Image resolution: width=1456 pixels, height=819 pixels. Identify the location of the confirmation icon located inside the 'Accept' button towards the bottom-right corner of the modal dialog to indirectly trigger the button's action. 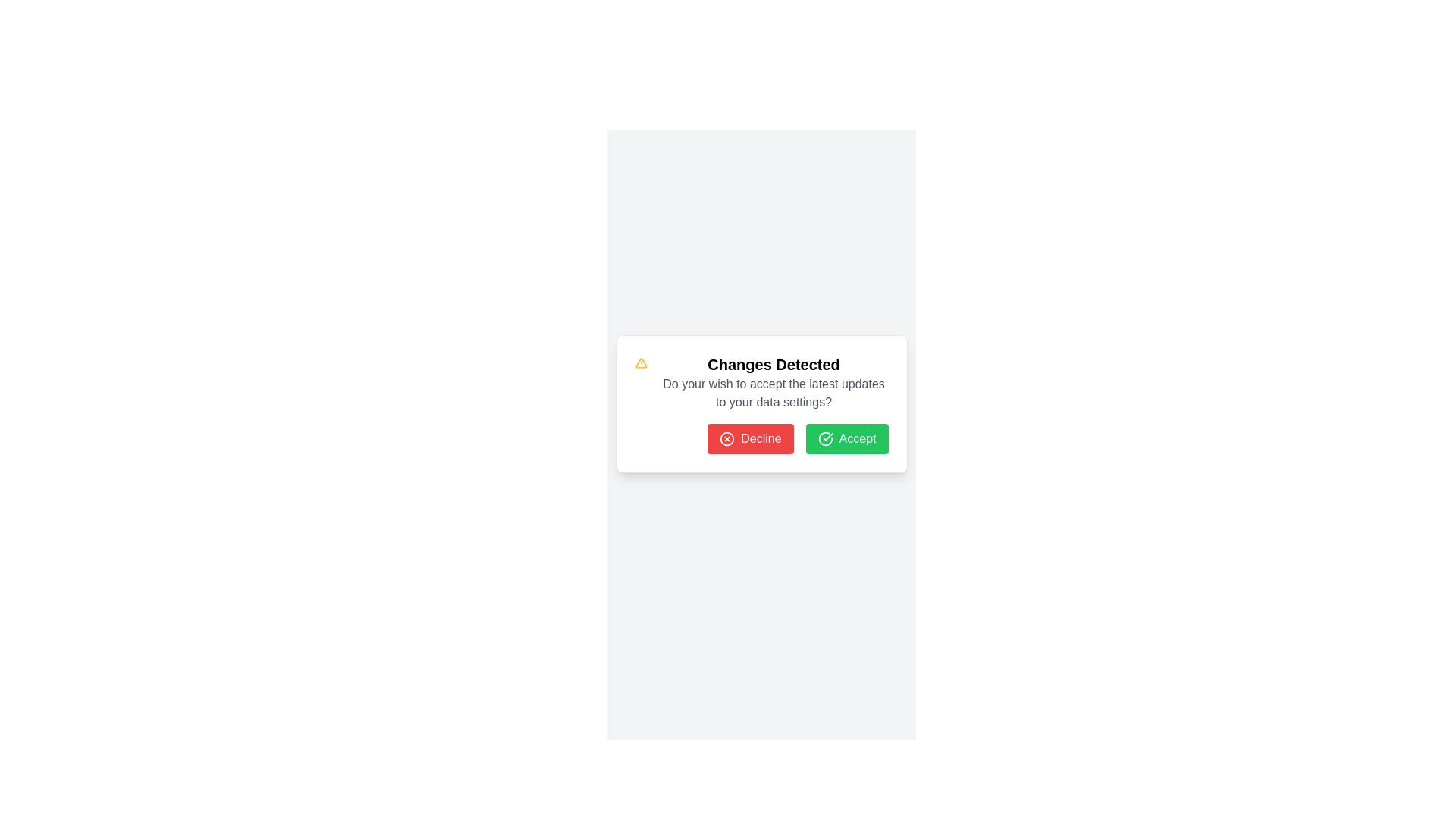
(824, 438).